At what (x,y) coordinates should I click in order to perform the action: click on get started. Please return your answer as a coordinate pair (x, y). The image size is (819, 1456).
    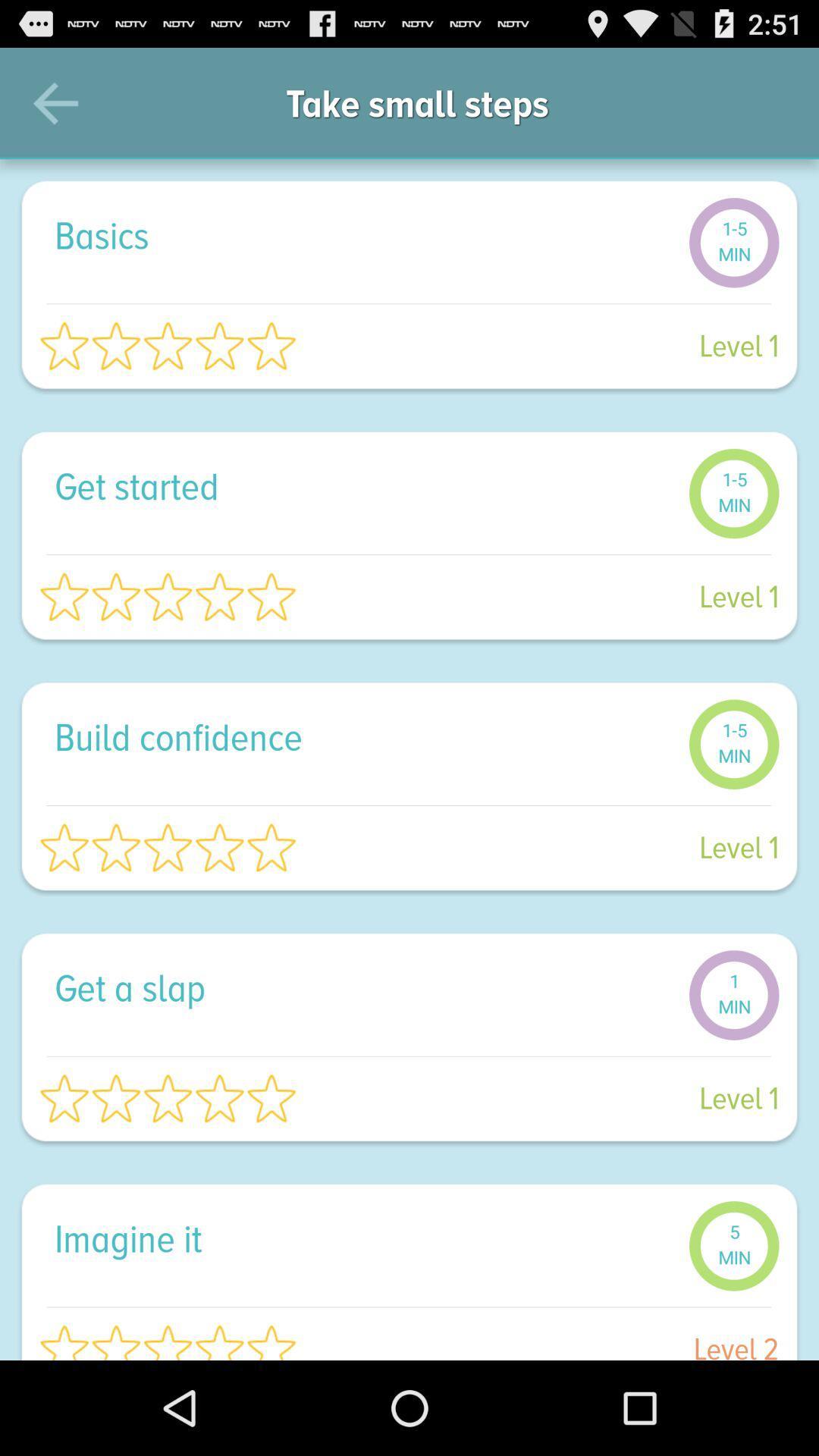
    Looking at the image, I should click on (363, 486).